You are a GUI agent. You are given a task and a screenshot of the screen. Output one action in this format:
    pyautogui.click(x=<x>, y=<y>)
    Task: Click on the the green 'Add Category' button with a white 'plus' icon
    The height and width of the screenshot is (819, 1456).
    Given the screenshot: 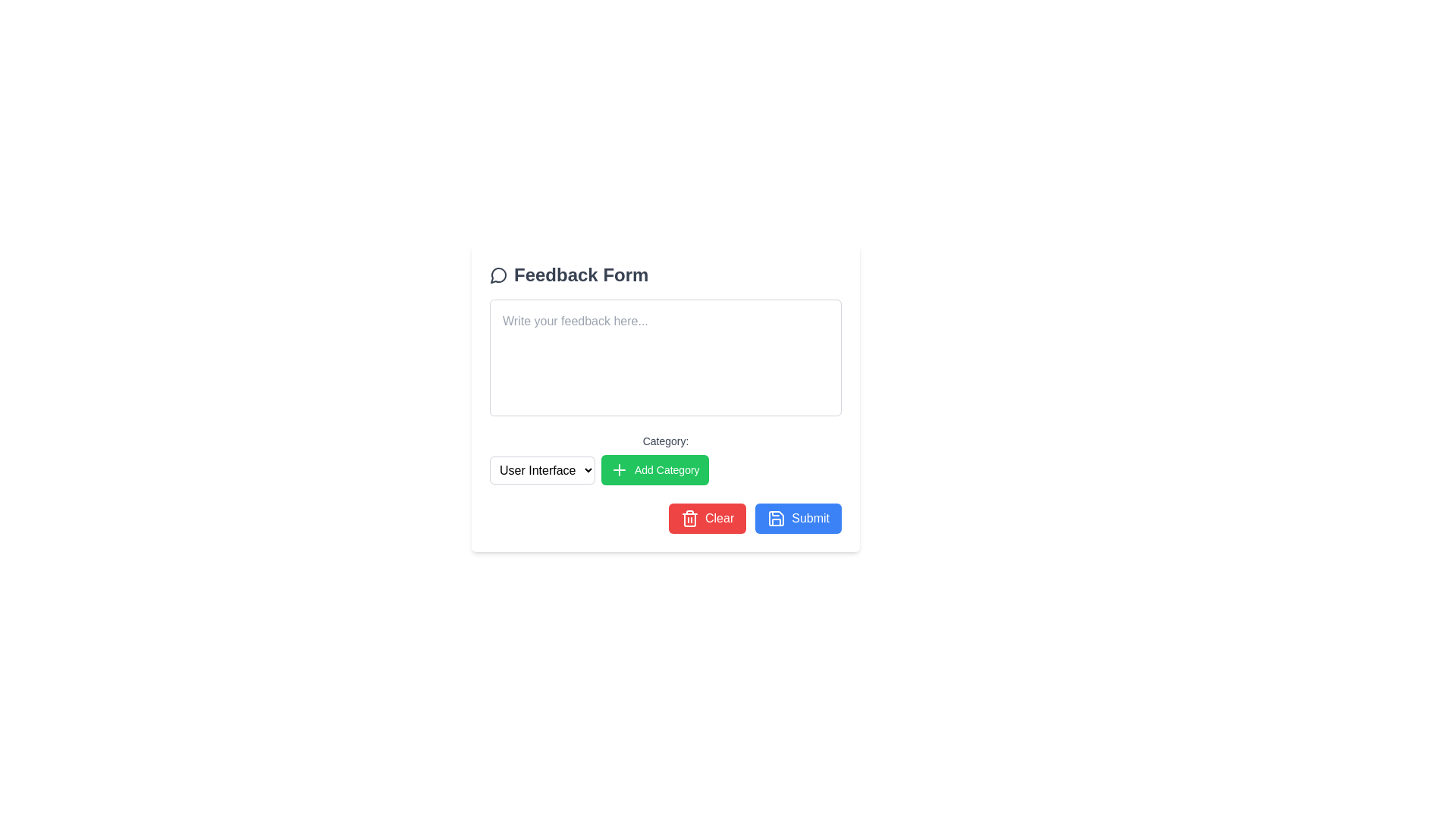 What is the action you would take?
    pyautogui.click(x=654, y=469)
    